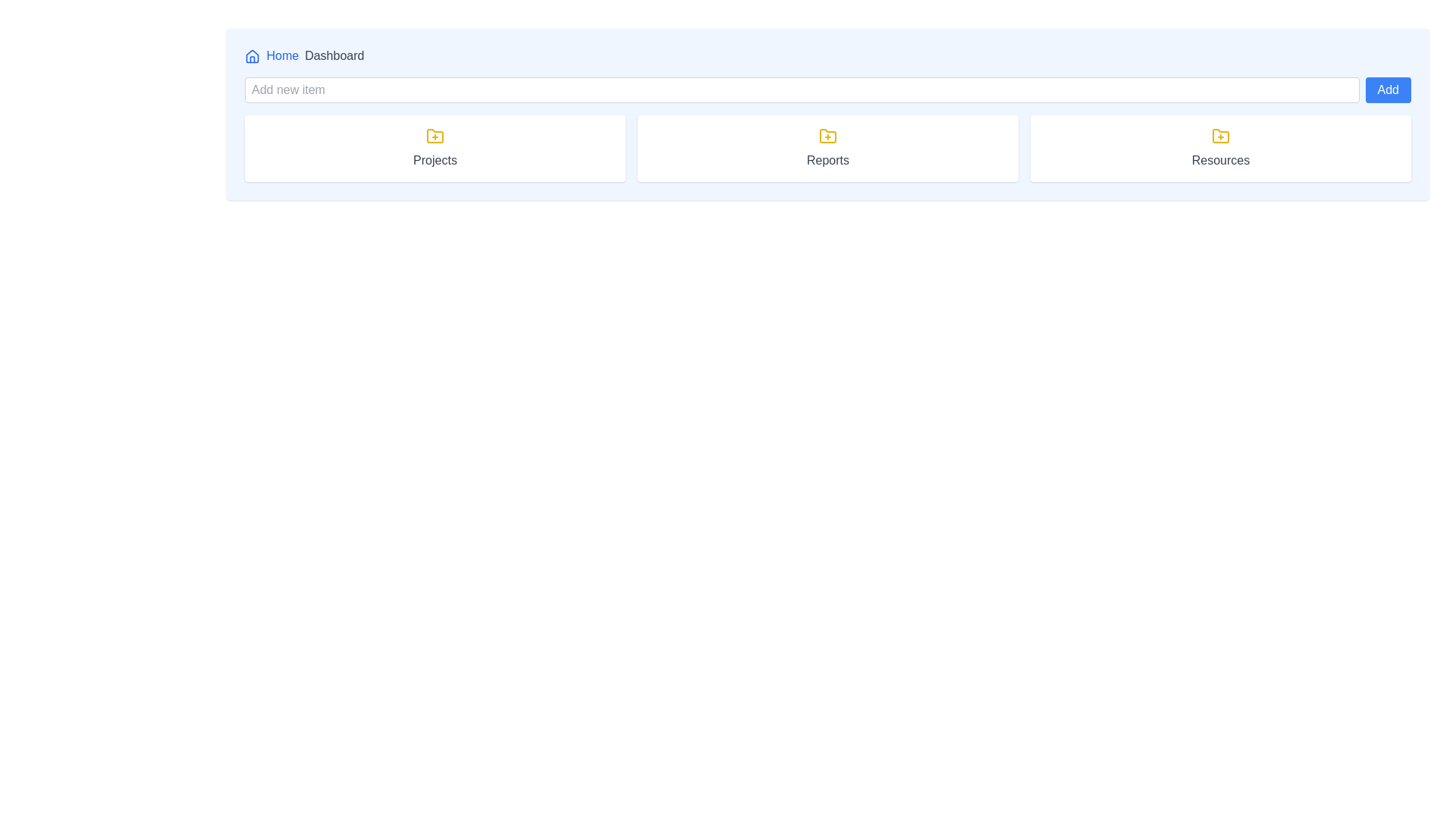  I want to click on the static breadcrumb item that indicates the current location within the navigation hierarchy, positioned to the right of the 'Home' link, so click(334, 55).